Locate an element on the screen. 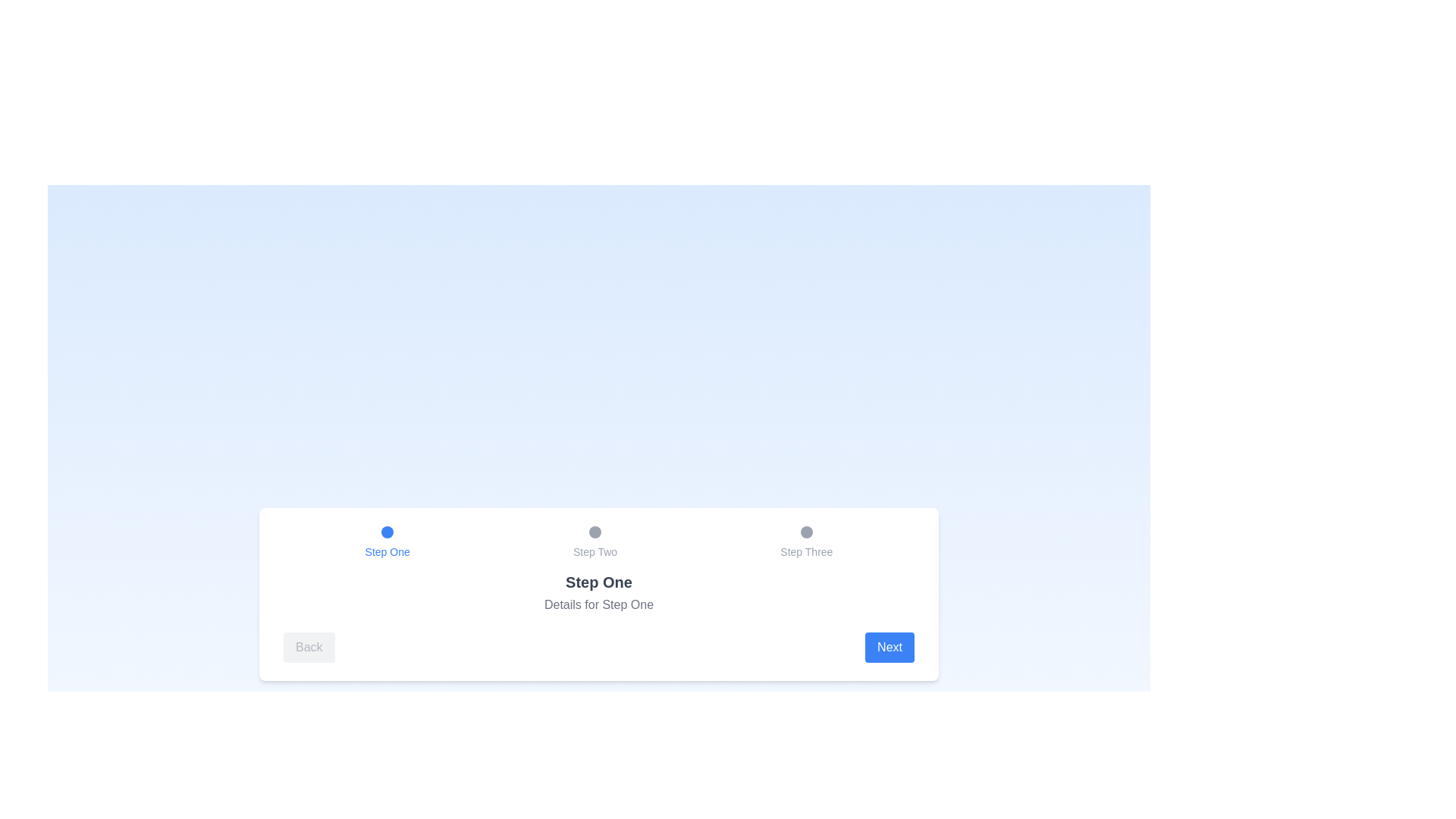 This screenshot has height=819, width=1456. the 'Next' button to navigate to the next step is located at coordinates (889, 647).